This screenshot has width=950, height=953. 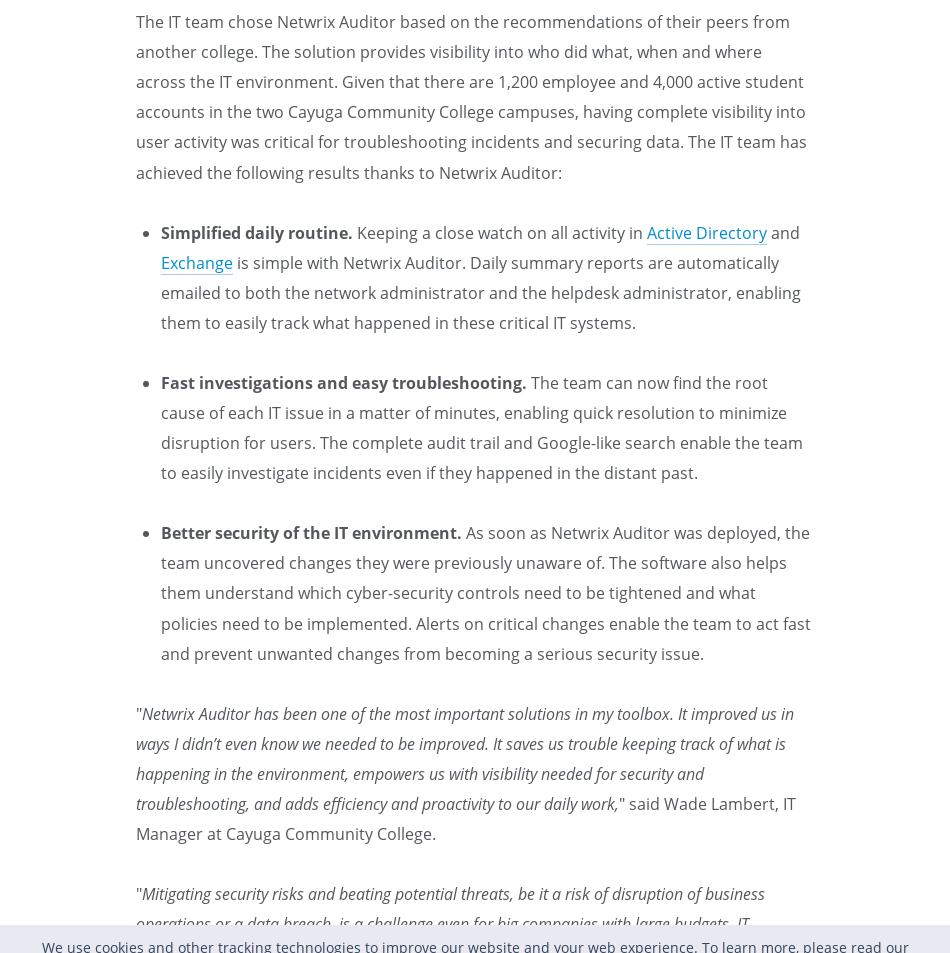 What do you see at coordinates (486, 592) in the screenshot?
I see `'As soon as Netwrix Auditor was deployed, the team uncovered changes they were previously unaware of. The software also helps them understand which cyber-security controls need to be tightened and what policies need to be implemented. Alerts on critical changes enable the team to act fast and prevent unwanted changes from becoming a serious security issue.'` at bounding box center [486, 592].